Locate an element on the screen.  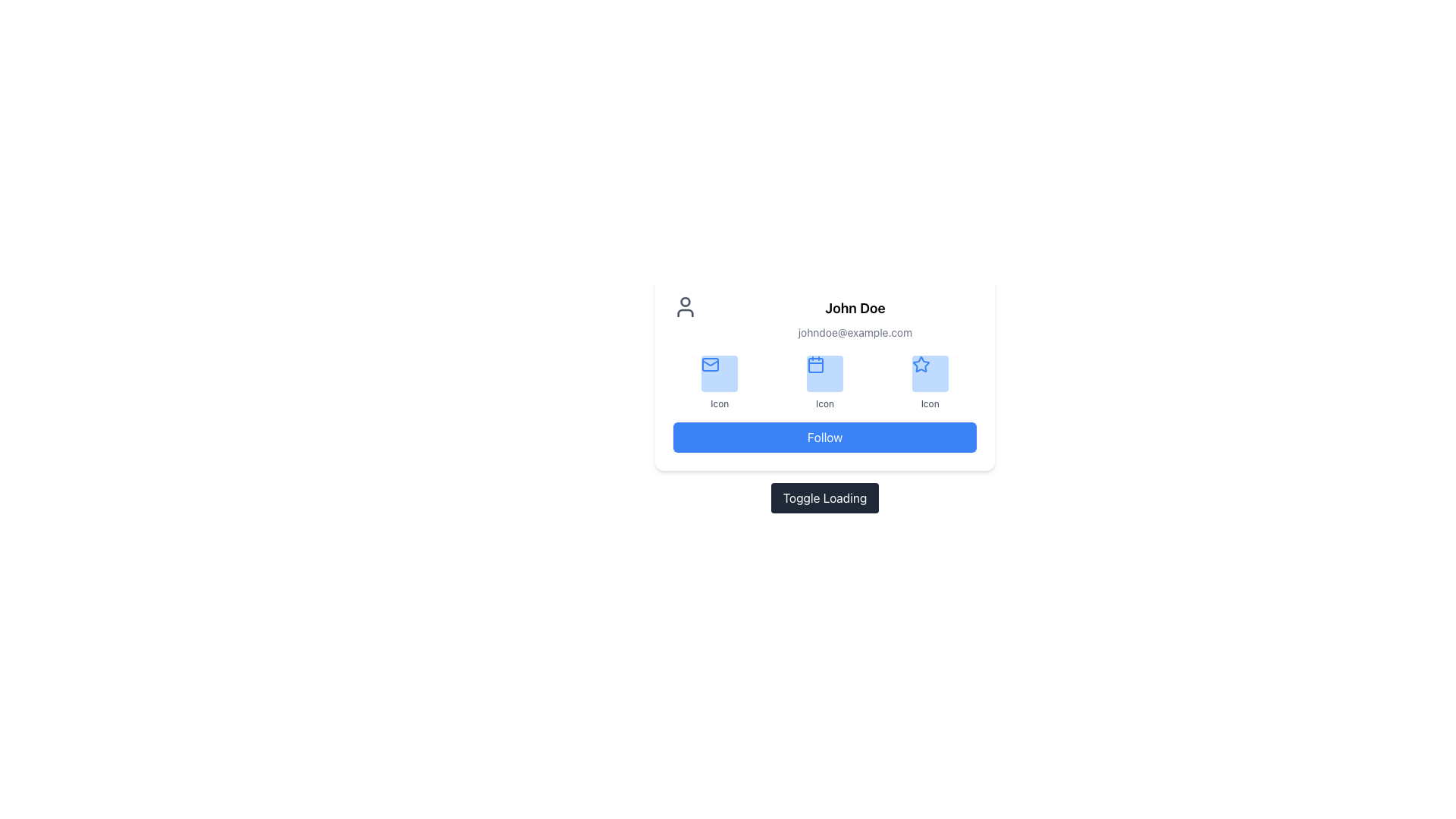
email envelope icon, which is the first icon in a row of three icons, using developer tools is located at coordinates (710, 365).